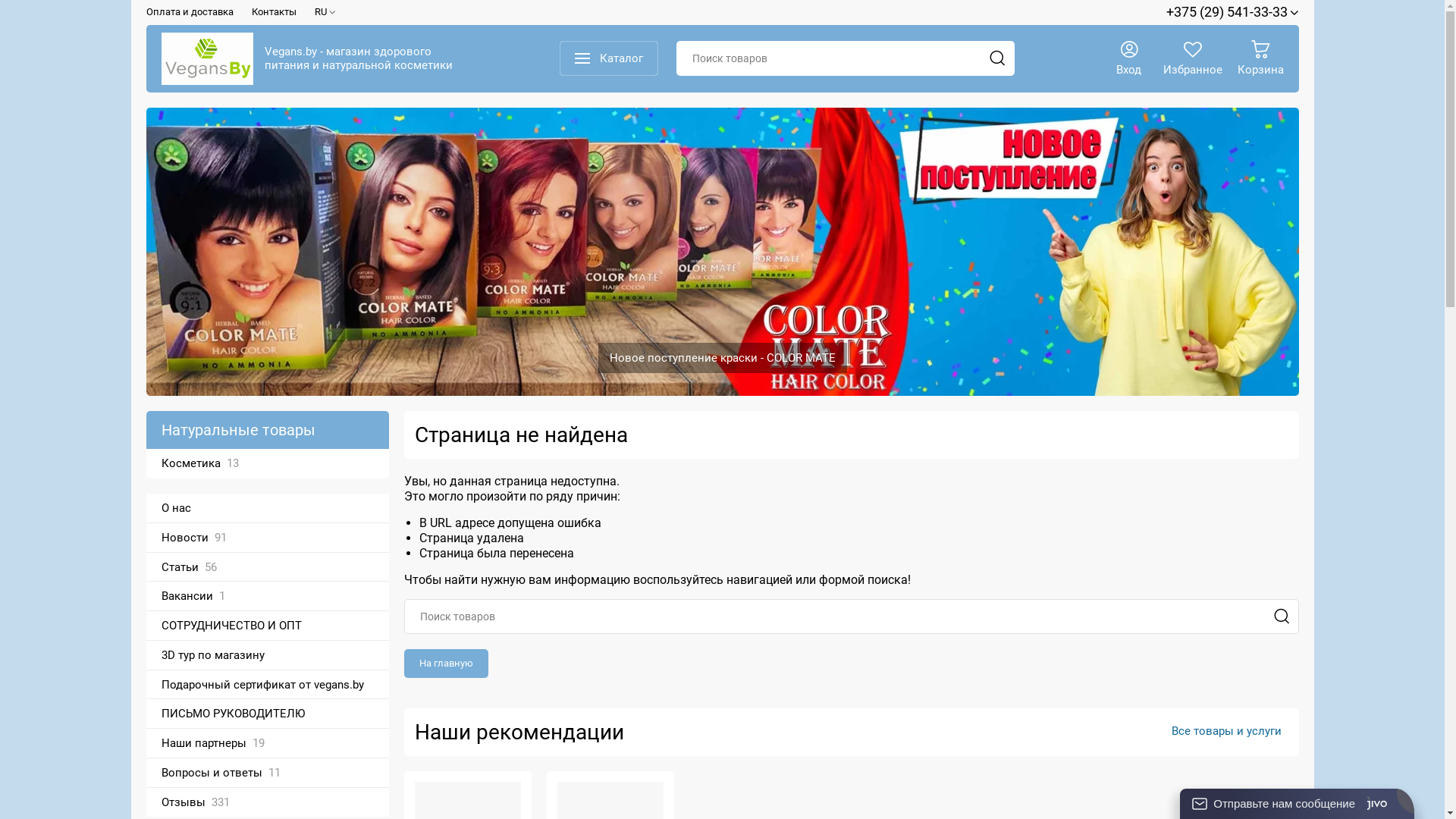  Describe the element at coordinates (323, 11) in the screenshot. I see `'RU'` at that location.